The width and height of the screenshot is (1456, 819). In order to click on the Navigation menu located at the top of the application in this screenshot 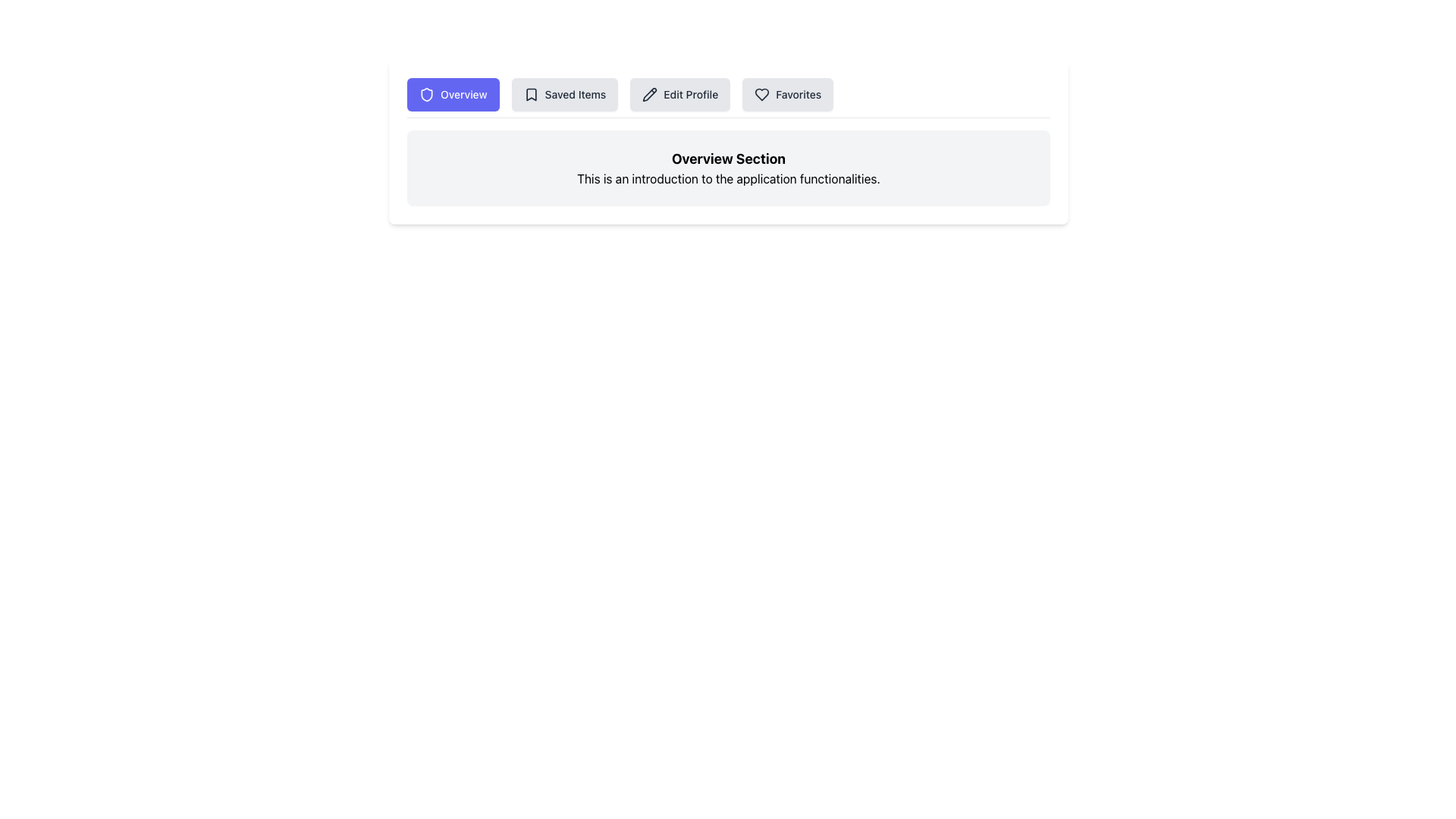, I will do `click(728, 98)`.